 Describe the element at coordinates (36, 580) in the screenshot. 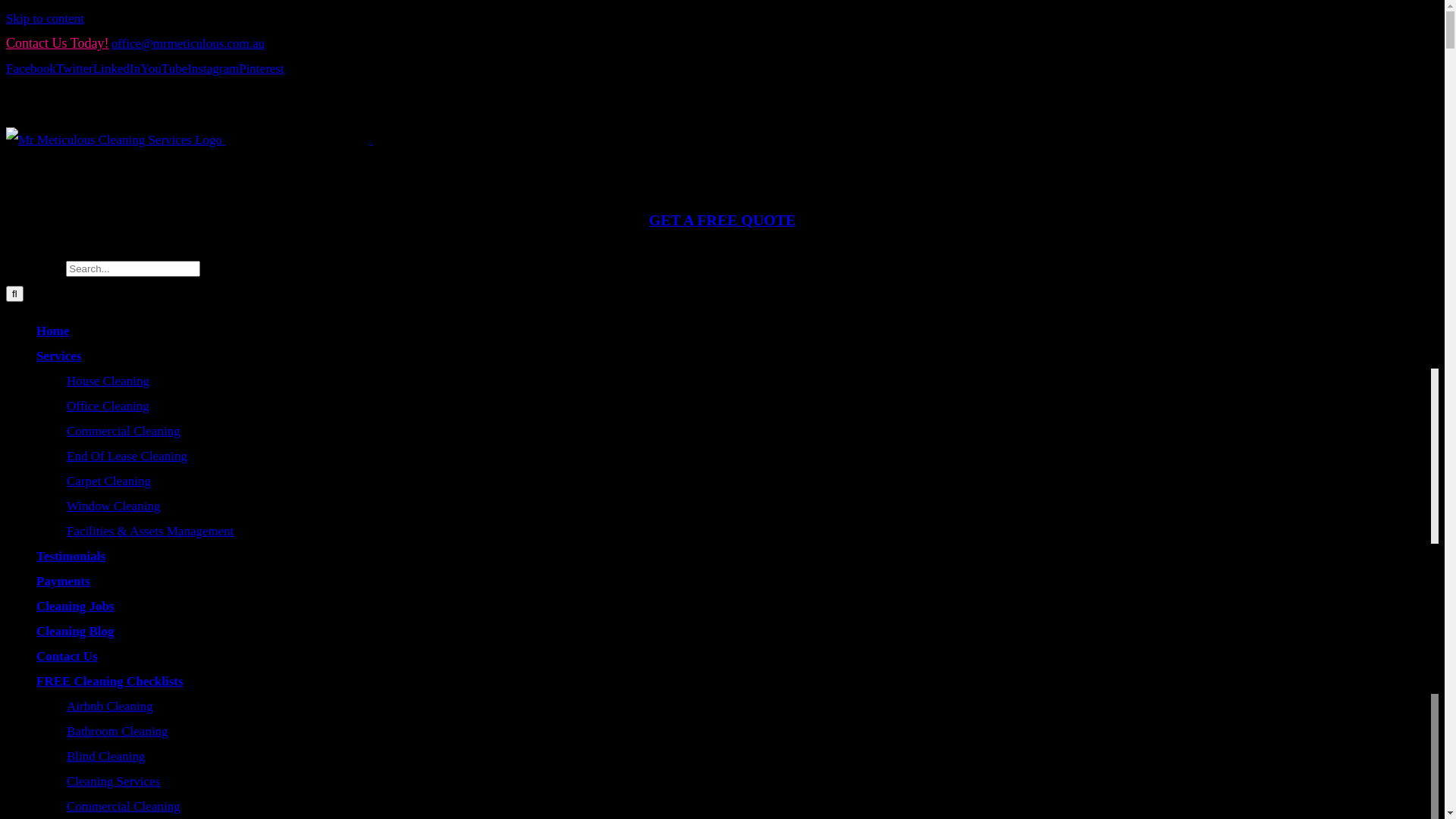

I see `'Payments'` at that location.